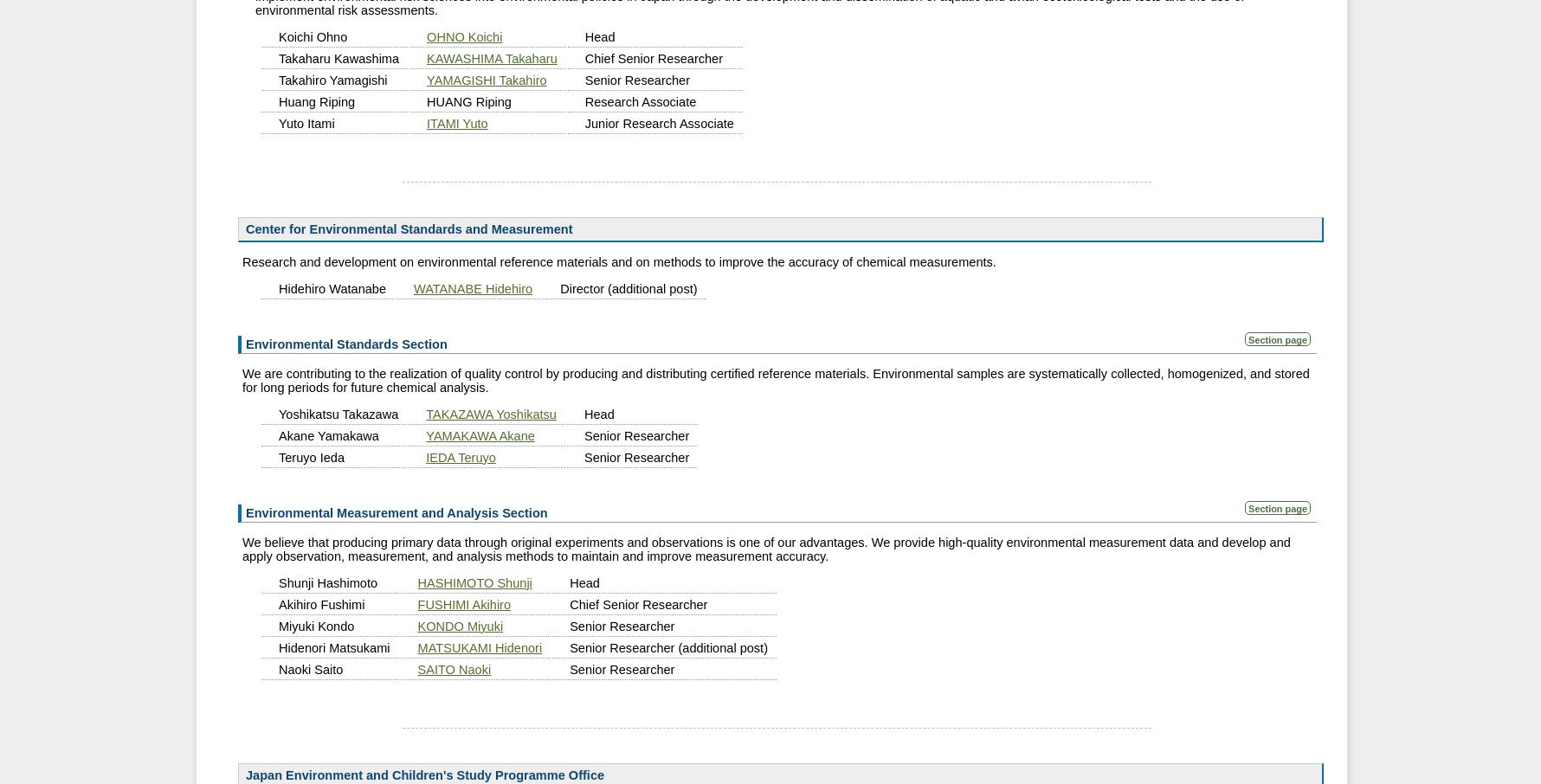  I want to click on 'ITAMI Yuto', so click(455, 122).